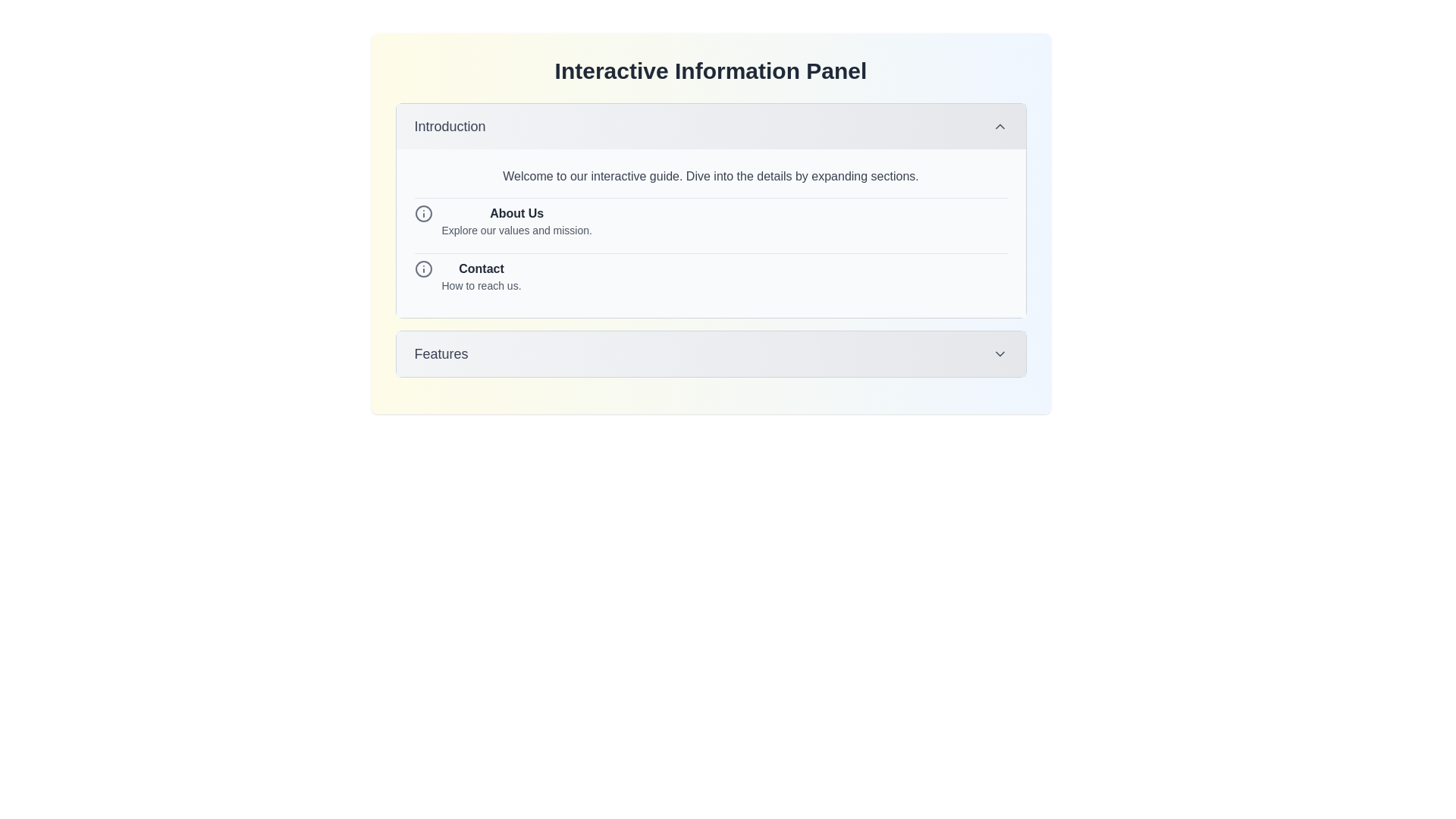 Image resolution: width=1456 pixels, height=819 pixels. Describe the element at coordinates (449, 125) in the screenshot. I see `text displayed in the 'Introduction' label, which is a left-aligned, medium-sized, bold gray text located at the top-left corner of a section with a gradient background` at that location.